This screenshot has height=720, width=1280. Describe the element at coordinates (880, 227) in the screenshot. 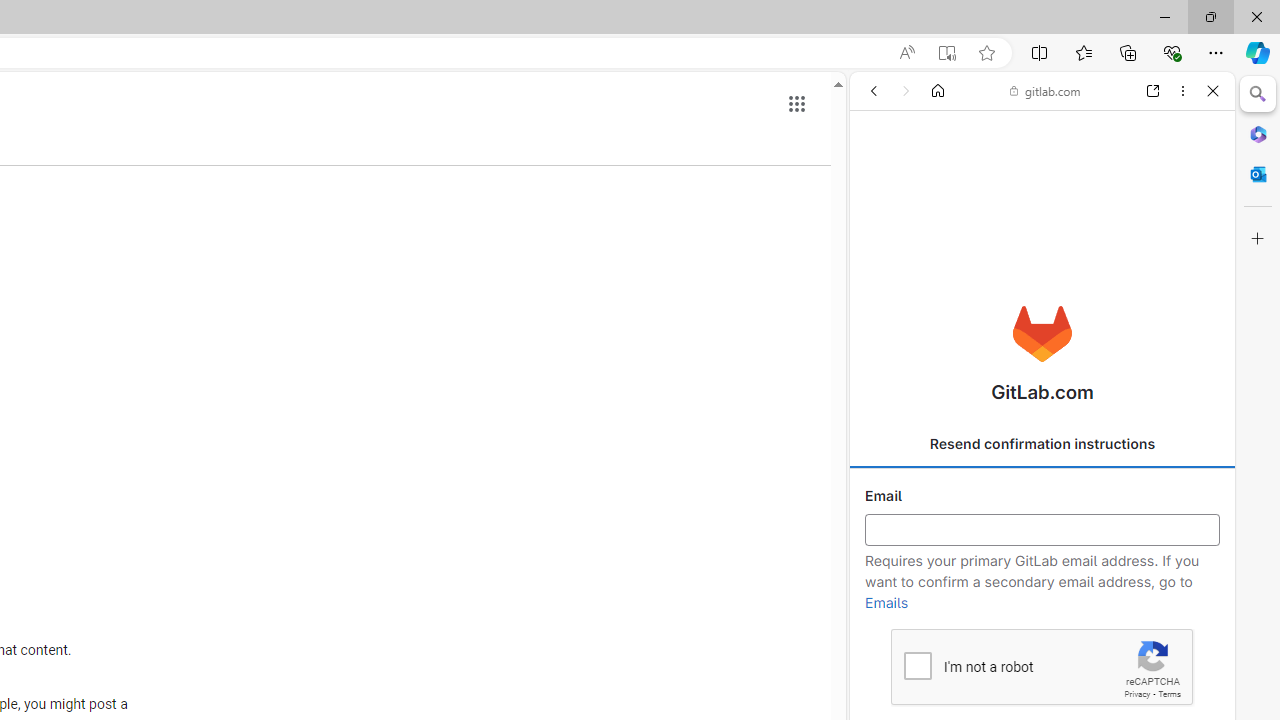

I see `'Search Filter, ALL'` at that location.